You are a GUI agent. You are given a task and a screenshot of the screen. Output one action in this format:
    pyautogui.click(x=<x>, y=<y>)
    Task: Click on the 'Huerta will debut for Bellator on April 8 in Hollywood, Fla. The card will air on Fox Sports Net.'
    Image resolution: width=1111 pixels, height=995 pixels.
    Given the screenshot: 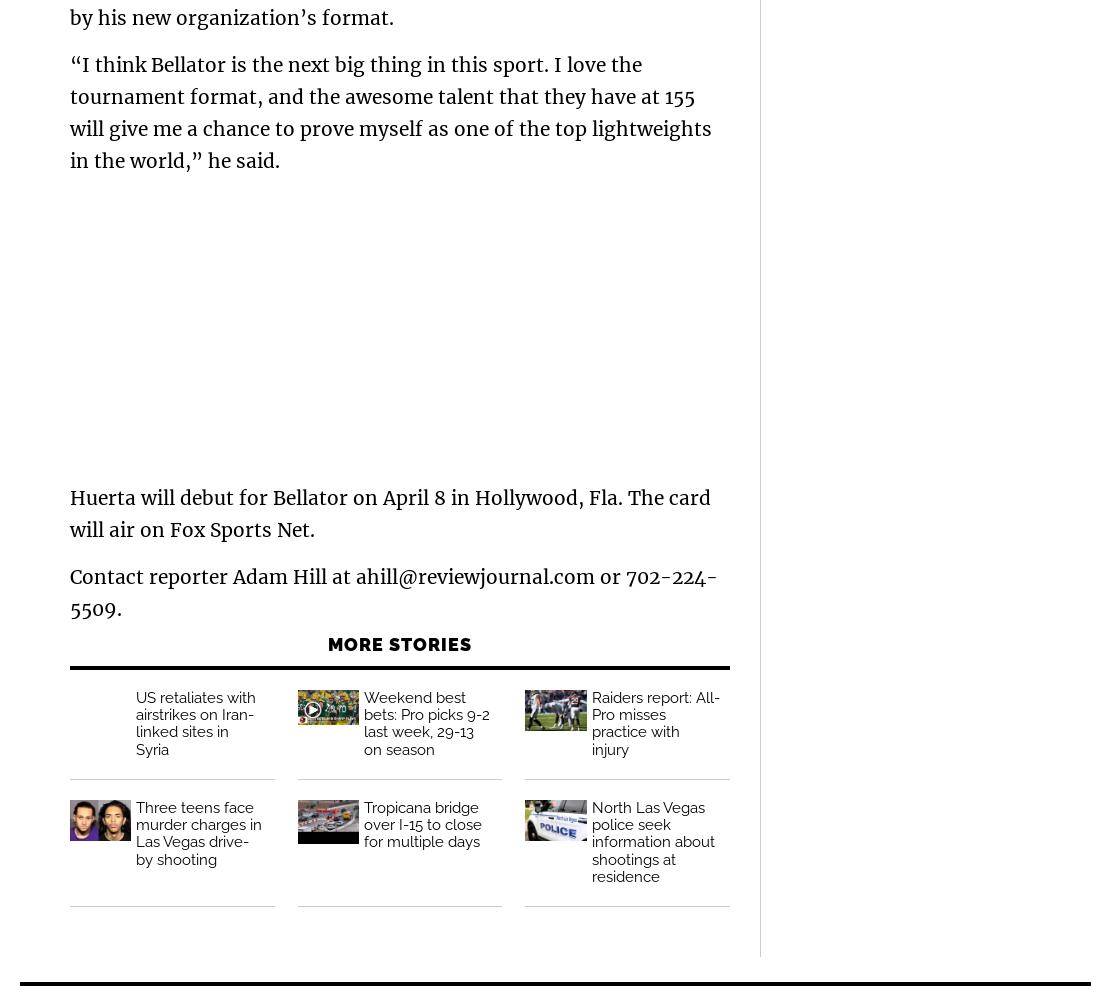 What is the action you would take?
    pyautogui.click(x=390, y=513)
    